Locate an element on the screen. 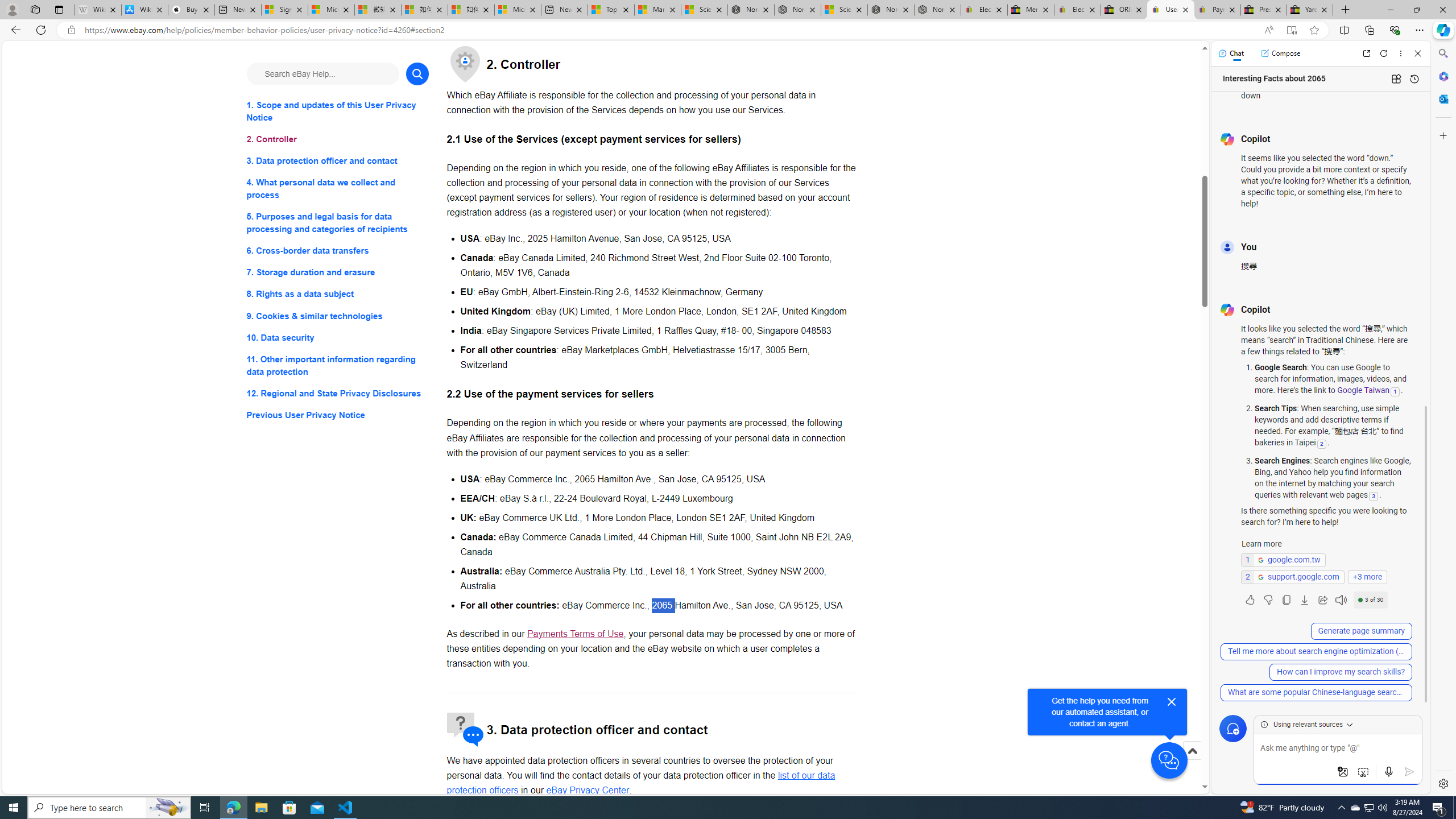  'Browser essentials' is located at coordinates (1394, 29).